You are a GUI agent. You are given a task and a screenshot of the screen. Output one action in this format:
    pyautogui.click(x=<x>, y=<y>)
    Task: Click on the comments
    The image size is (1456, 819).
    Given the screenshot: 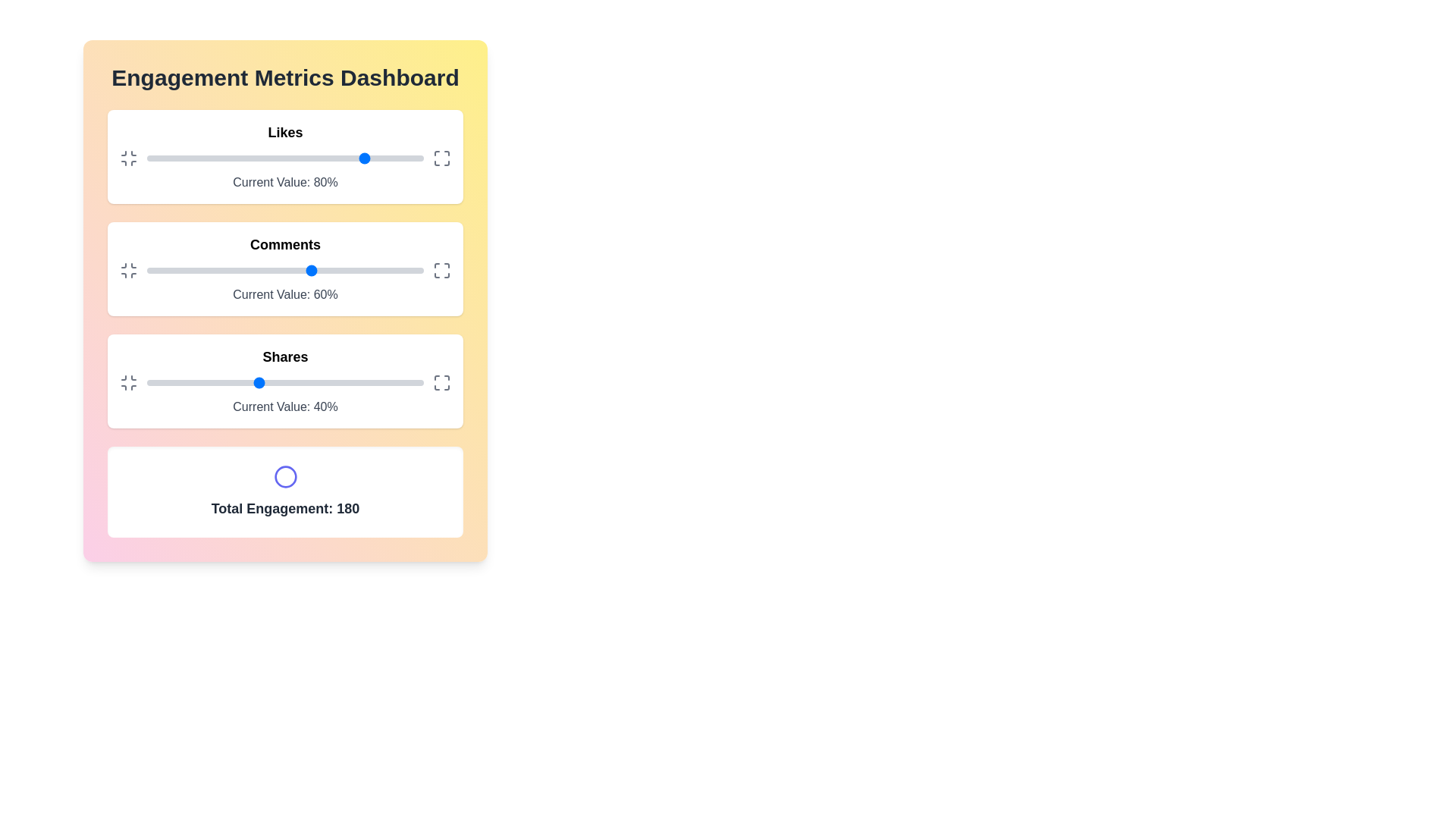 What is the action you would take?
    pyautogui.click(x=224, y=270)
    